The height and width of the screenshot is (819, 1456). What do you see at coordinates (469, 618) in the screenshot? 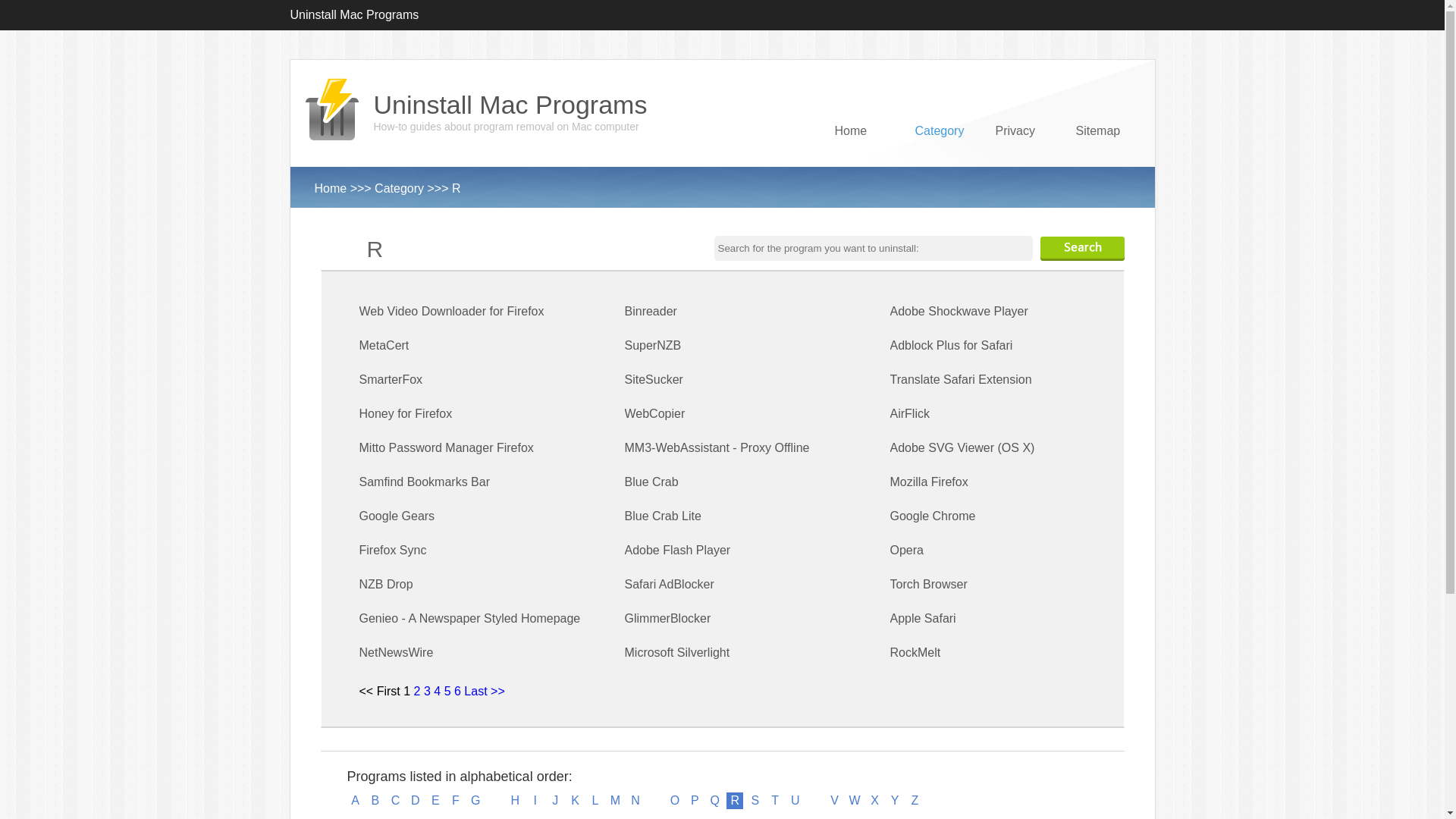
I see `'Genieo - A Newspaper Styled Homepage'` at bounding box center [469, 618].